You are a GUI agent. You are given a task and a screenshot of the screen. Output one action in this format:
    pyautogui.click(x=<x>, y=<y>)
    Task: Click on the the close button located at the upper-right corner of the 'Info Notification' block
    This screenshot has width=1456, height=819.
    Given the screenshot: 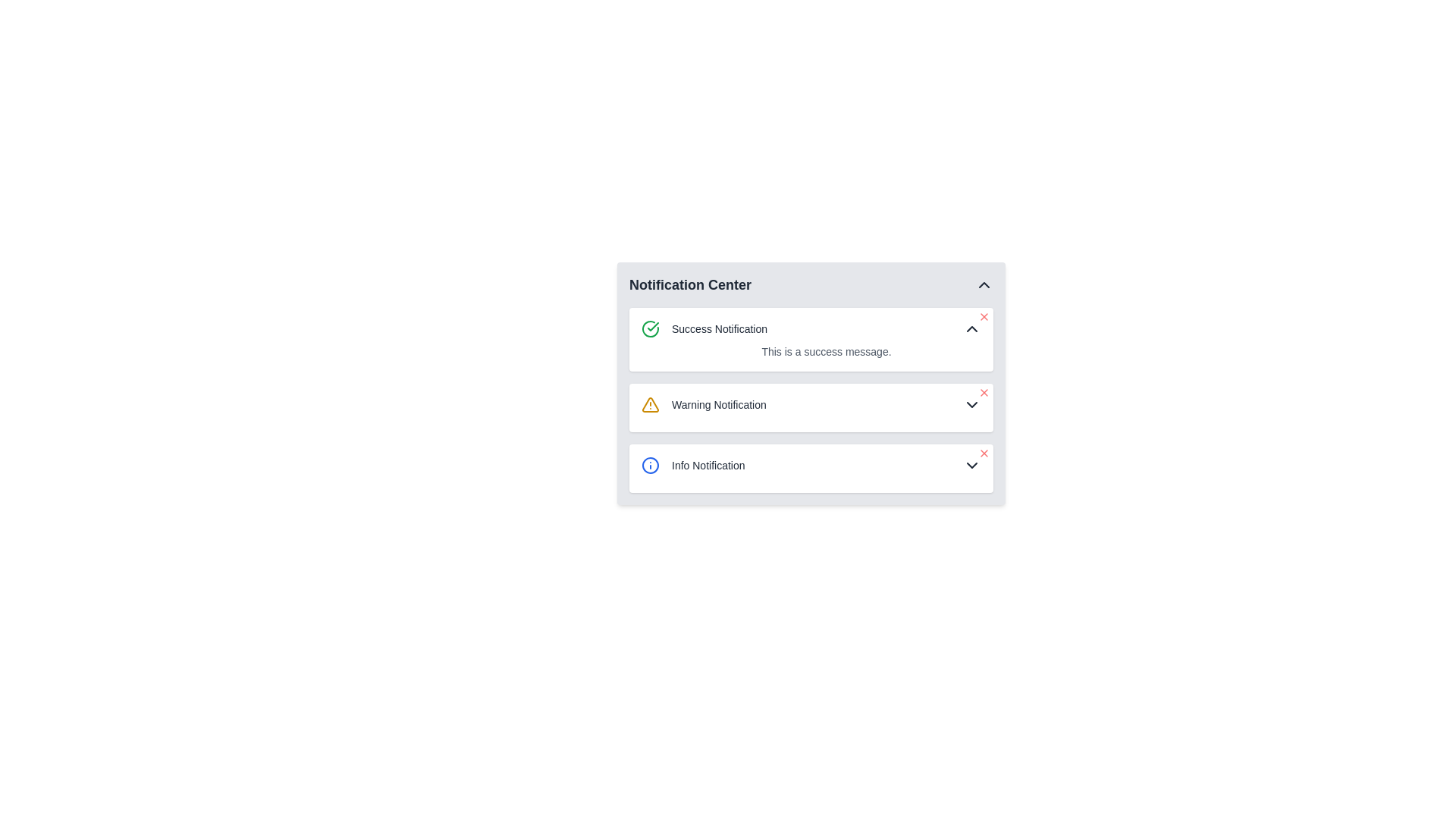 What is the action you would take?
    pyautogui.click(x=984, y=452)
    